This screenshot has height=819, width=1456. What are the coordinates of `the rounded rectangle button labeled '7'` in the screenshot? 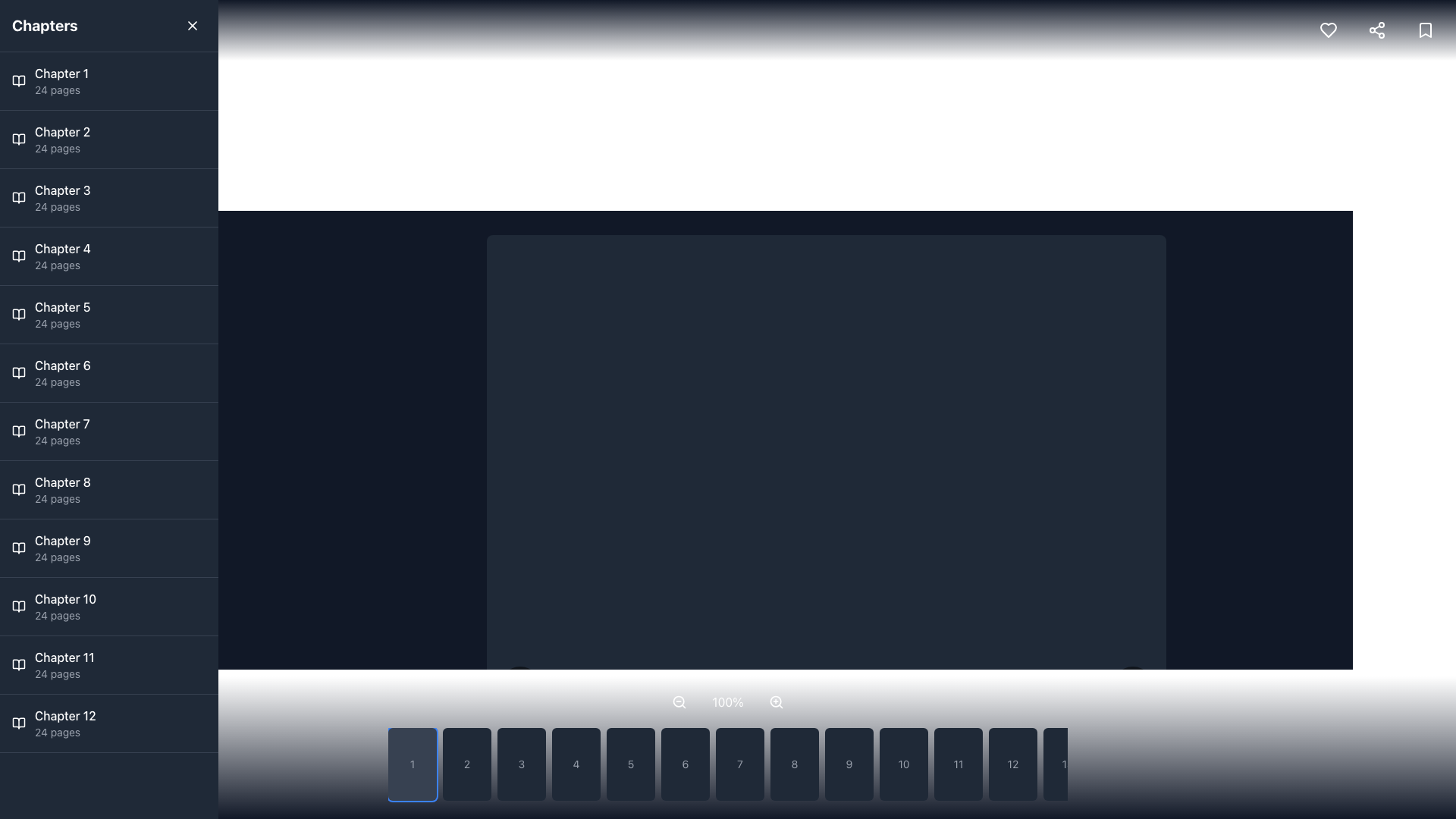 It's located at (728, 767).